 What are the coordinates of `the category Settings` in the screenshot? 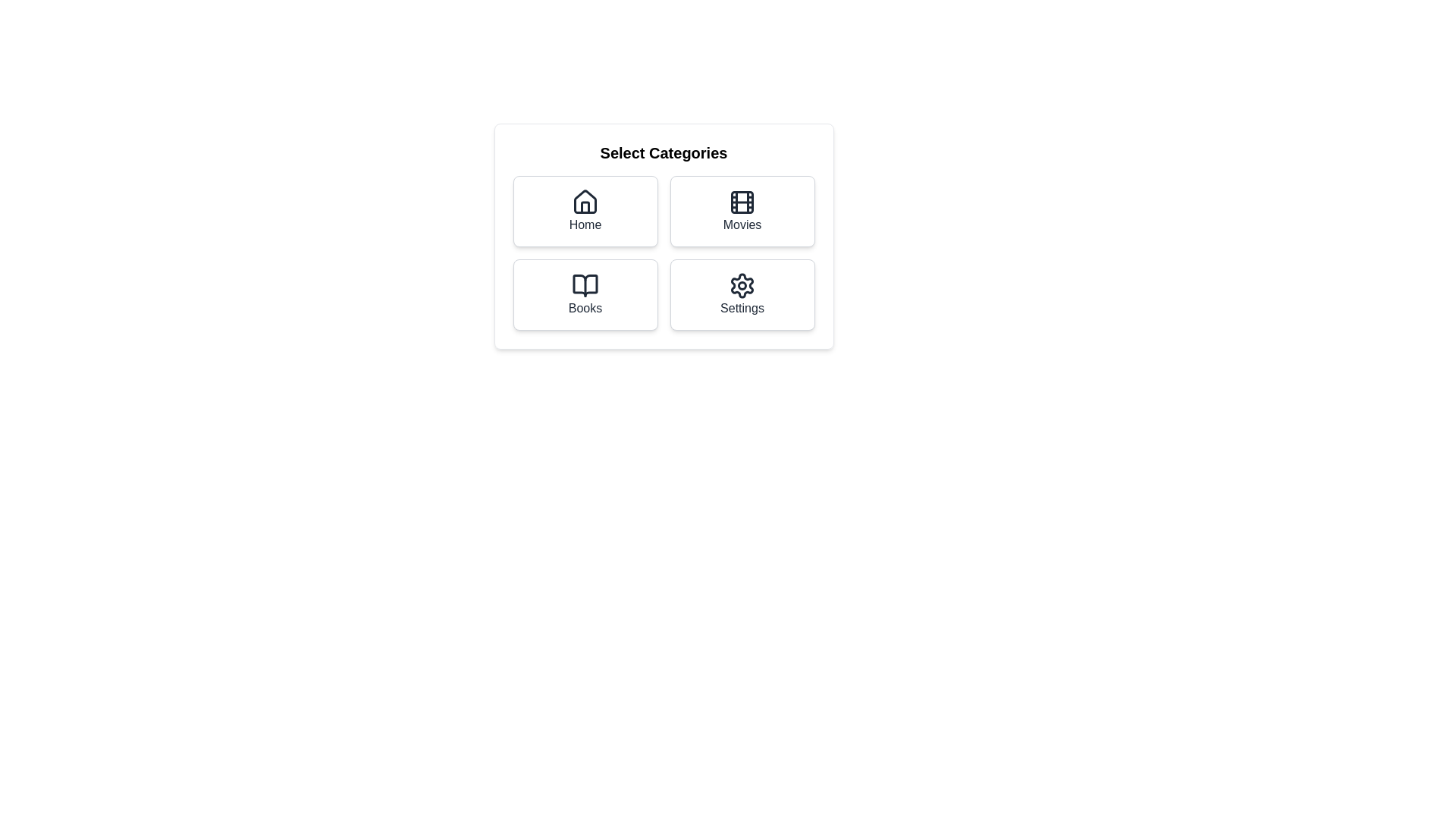 It's located at (742, 295).